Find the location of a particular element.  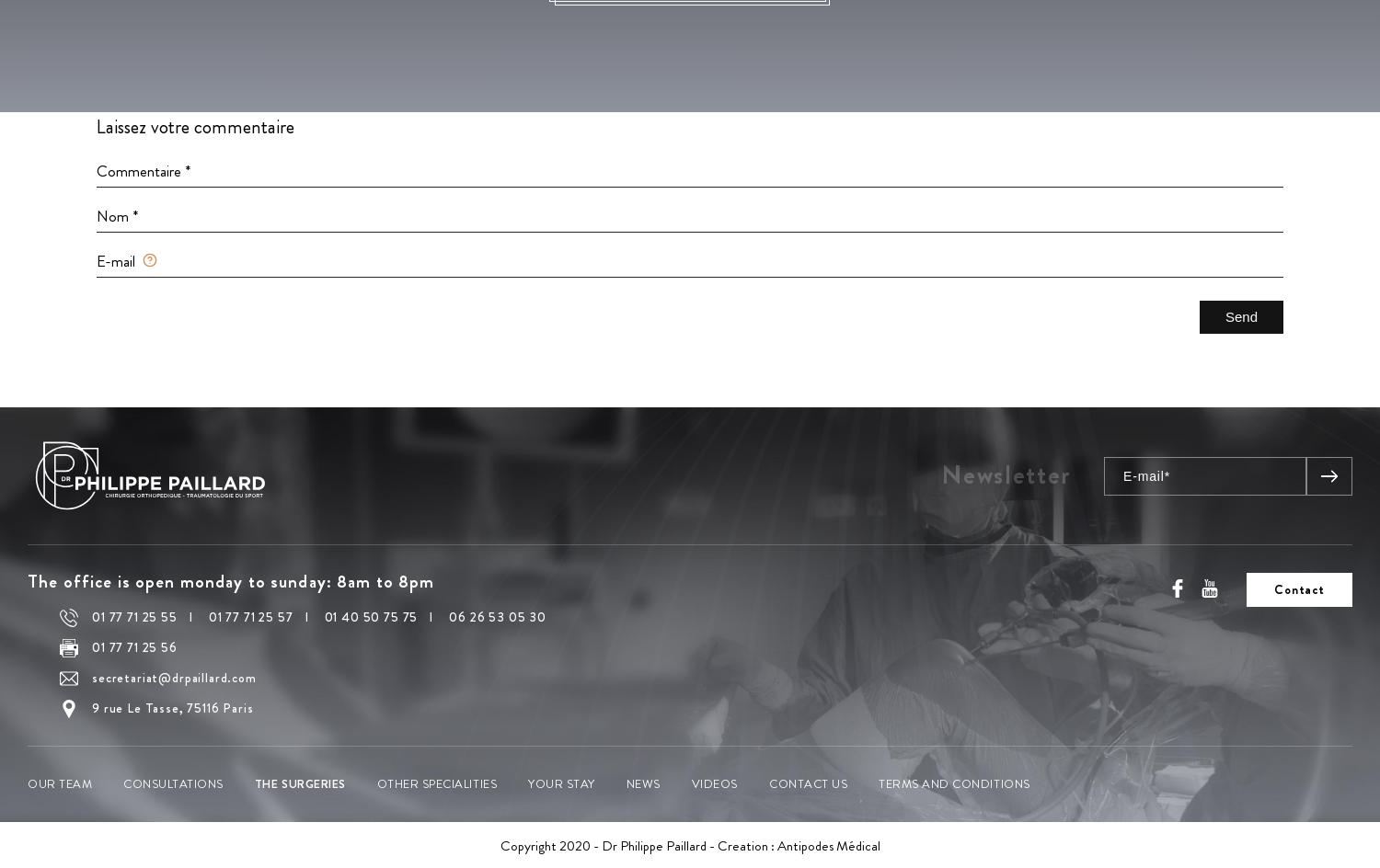

'Consultations' is located at coordinates (172, 783).